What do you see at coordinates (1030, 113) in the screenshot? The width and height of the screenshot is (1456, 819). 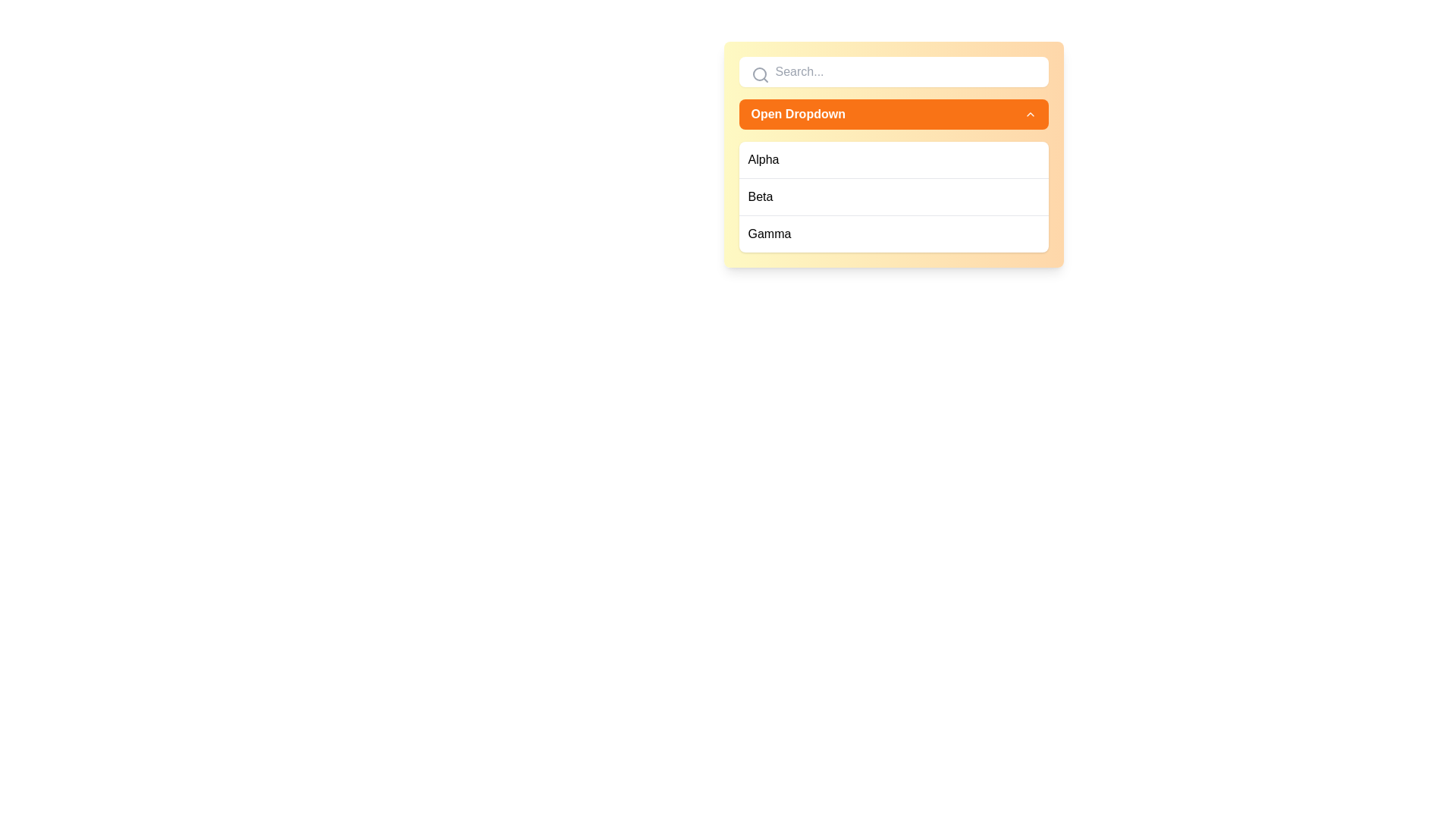 I see `the upward-pointing chevron icon located on the right edge of the orange button labeled 'Open Dropdown'` at bounding box center [1030, 113].